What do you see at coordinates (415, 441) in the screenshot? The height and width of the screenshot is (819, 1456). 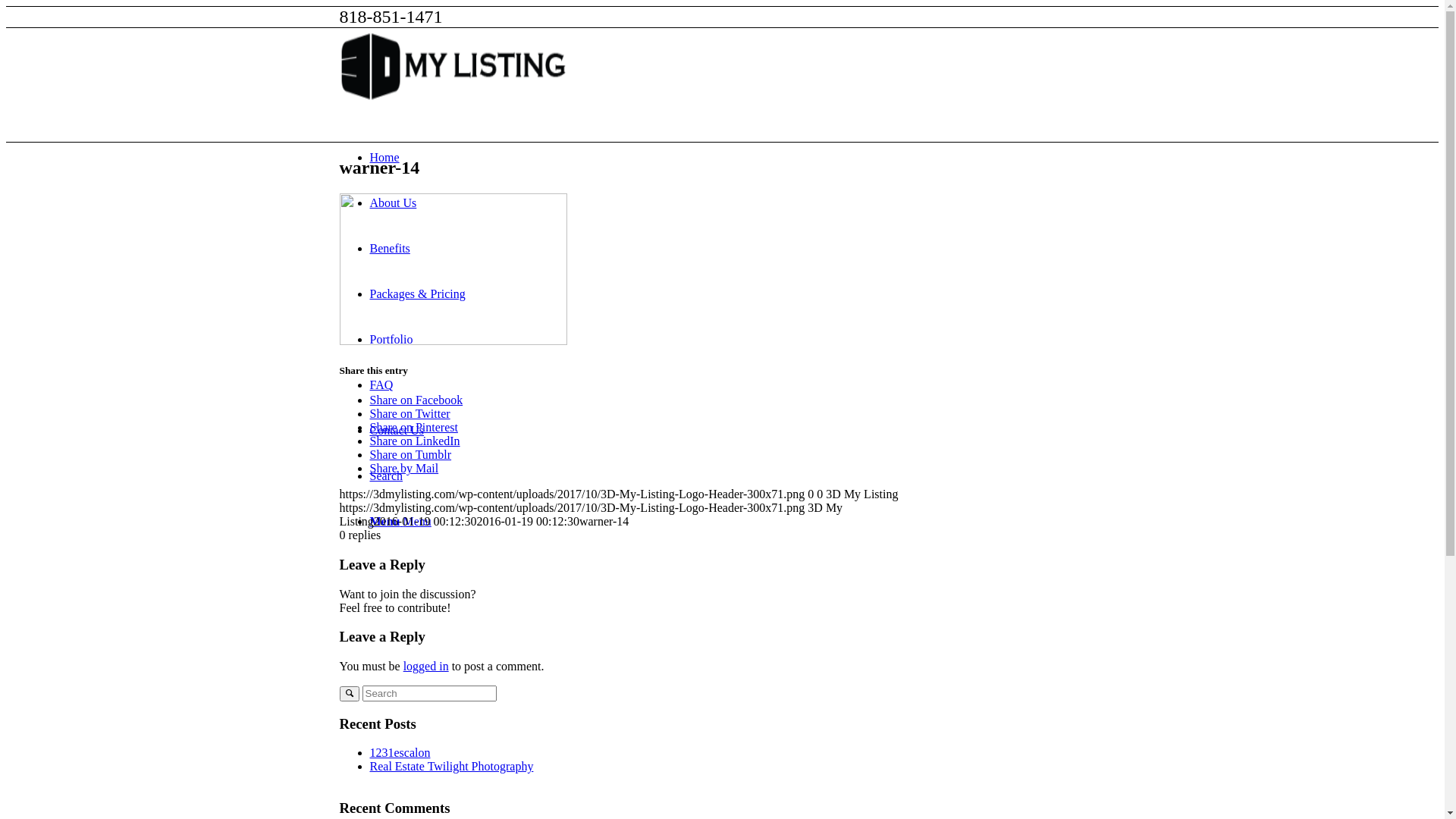 I see `'Share on LinkedIn'` at bounding box center [415, 441].